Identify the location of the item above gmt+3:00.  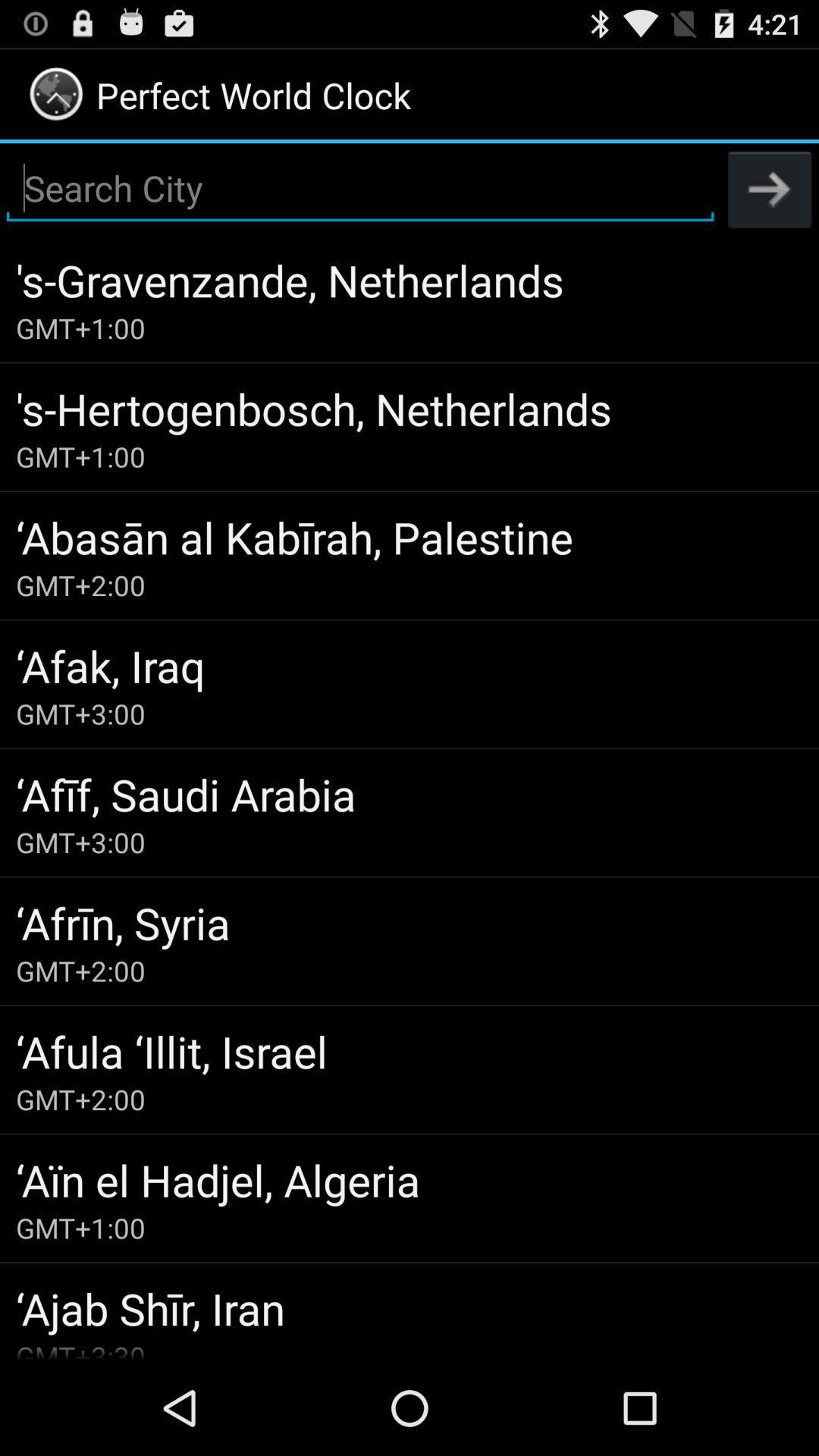
(409, 665).